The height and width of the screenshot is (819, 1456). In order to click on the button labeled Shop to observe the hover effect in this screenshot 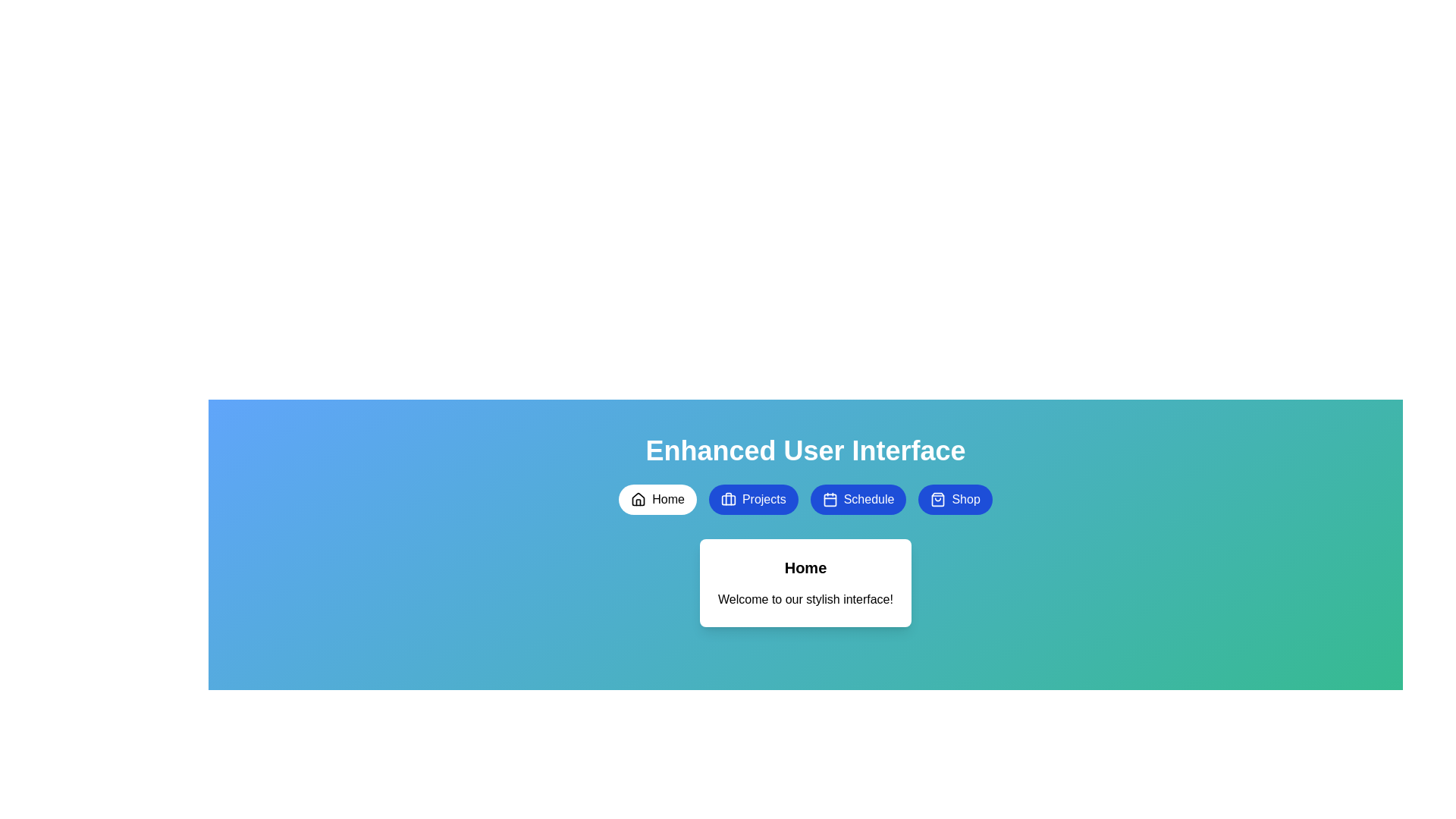, I will do `click(955, 500)`.